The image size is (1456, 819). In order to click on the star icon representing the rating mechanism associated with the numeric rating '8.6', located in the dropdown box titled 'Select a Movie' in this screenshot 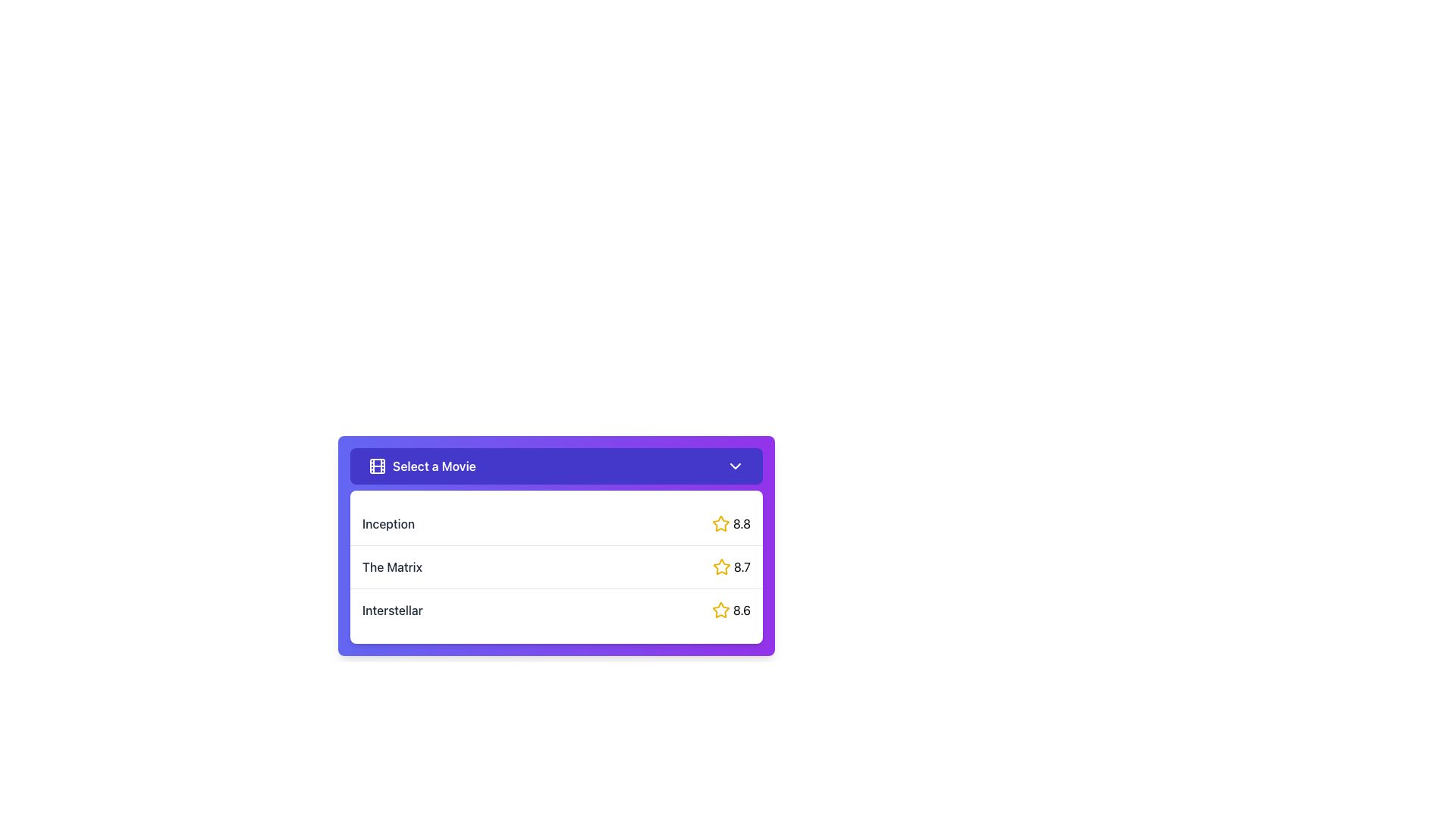, I will do `click(720, 609)`.